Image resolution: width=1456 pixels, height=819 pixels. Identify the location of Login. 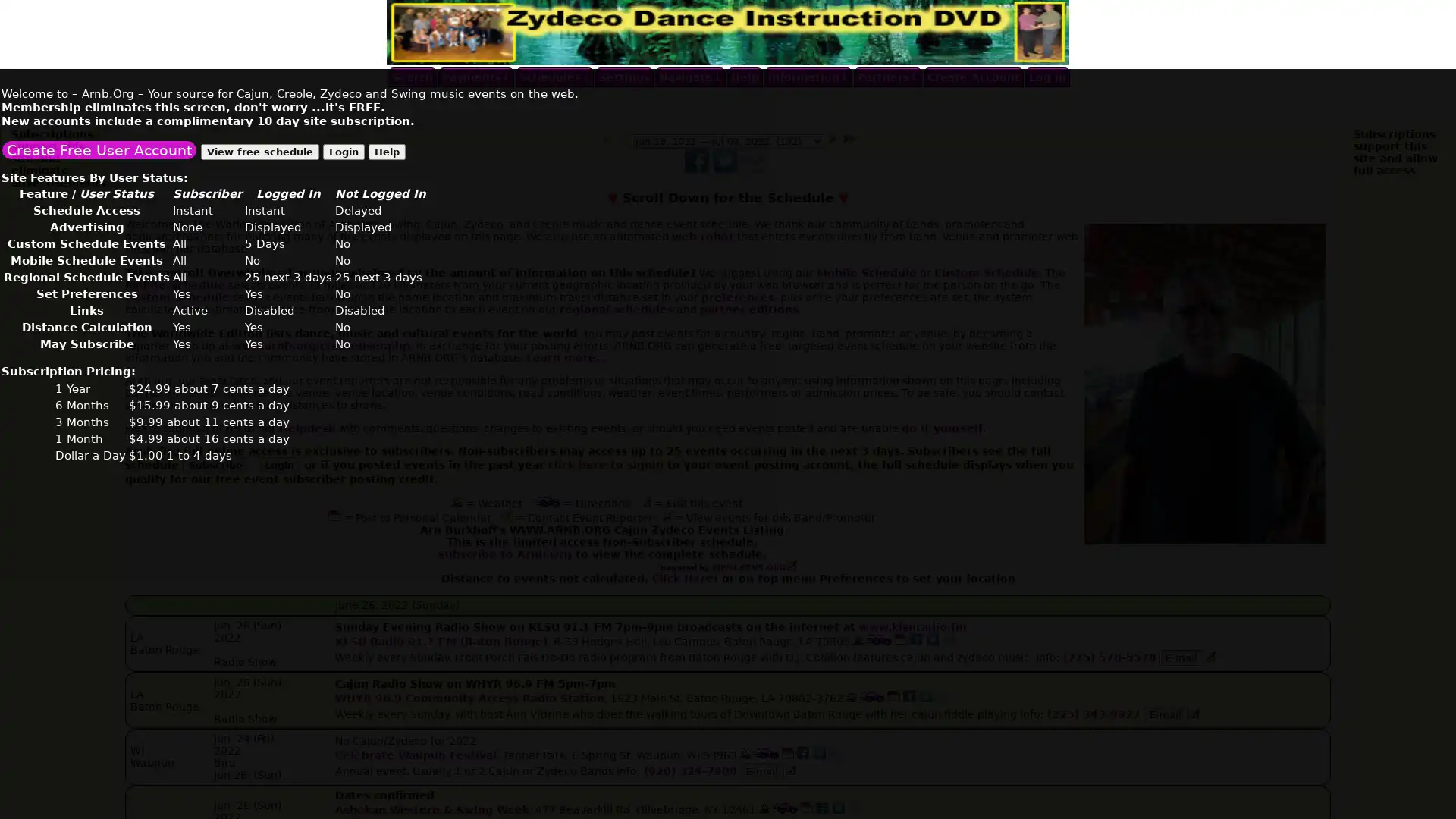
(279, 464).